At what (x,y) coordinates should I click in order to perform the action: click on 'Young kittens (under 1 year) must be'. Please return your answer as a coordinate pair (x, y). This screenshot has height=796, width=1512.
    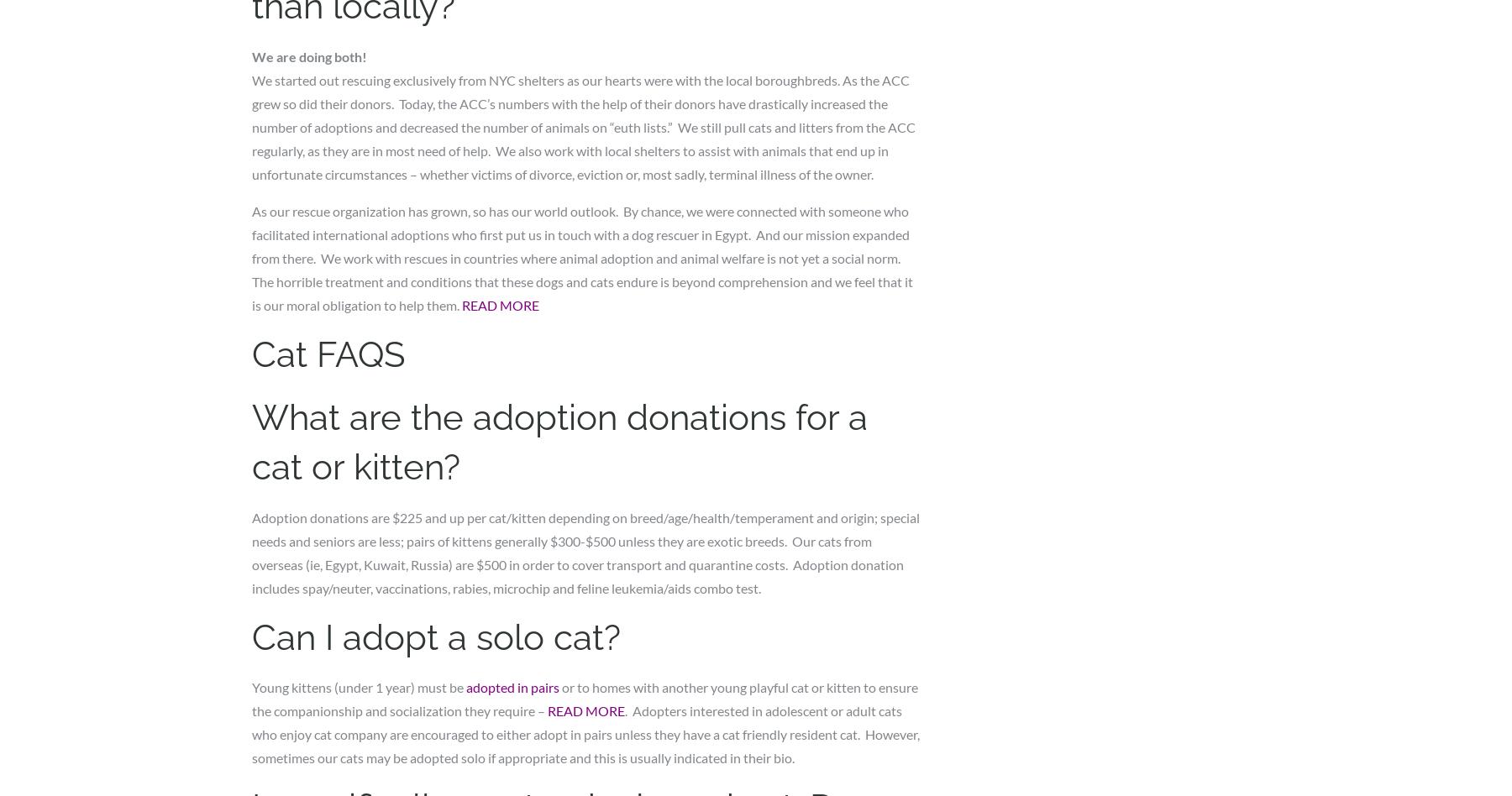
    Looking at the image, I should click on (359, 687).